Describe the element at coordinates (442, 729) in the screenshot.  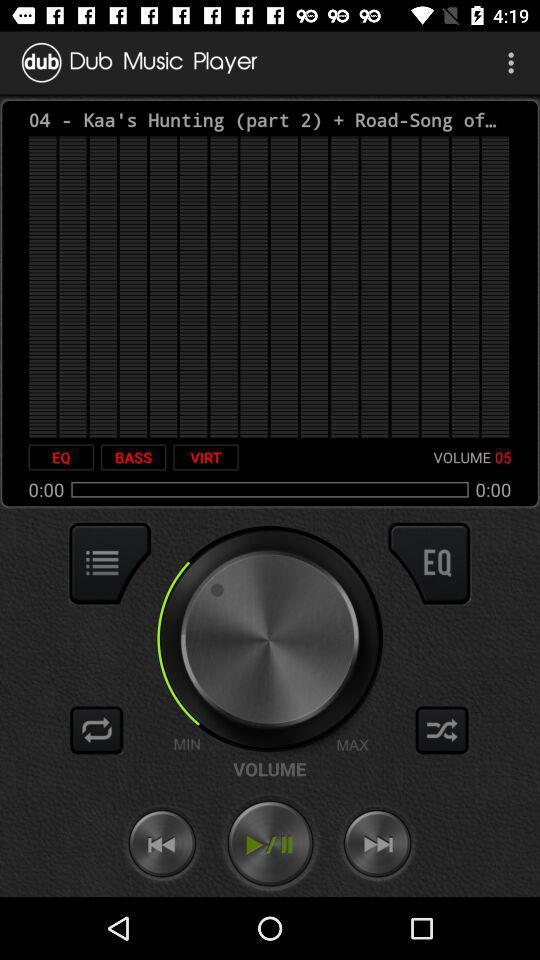
I see `share` at that location.